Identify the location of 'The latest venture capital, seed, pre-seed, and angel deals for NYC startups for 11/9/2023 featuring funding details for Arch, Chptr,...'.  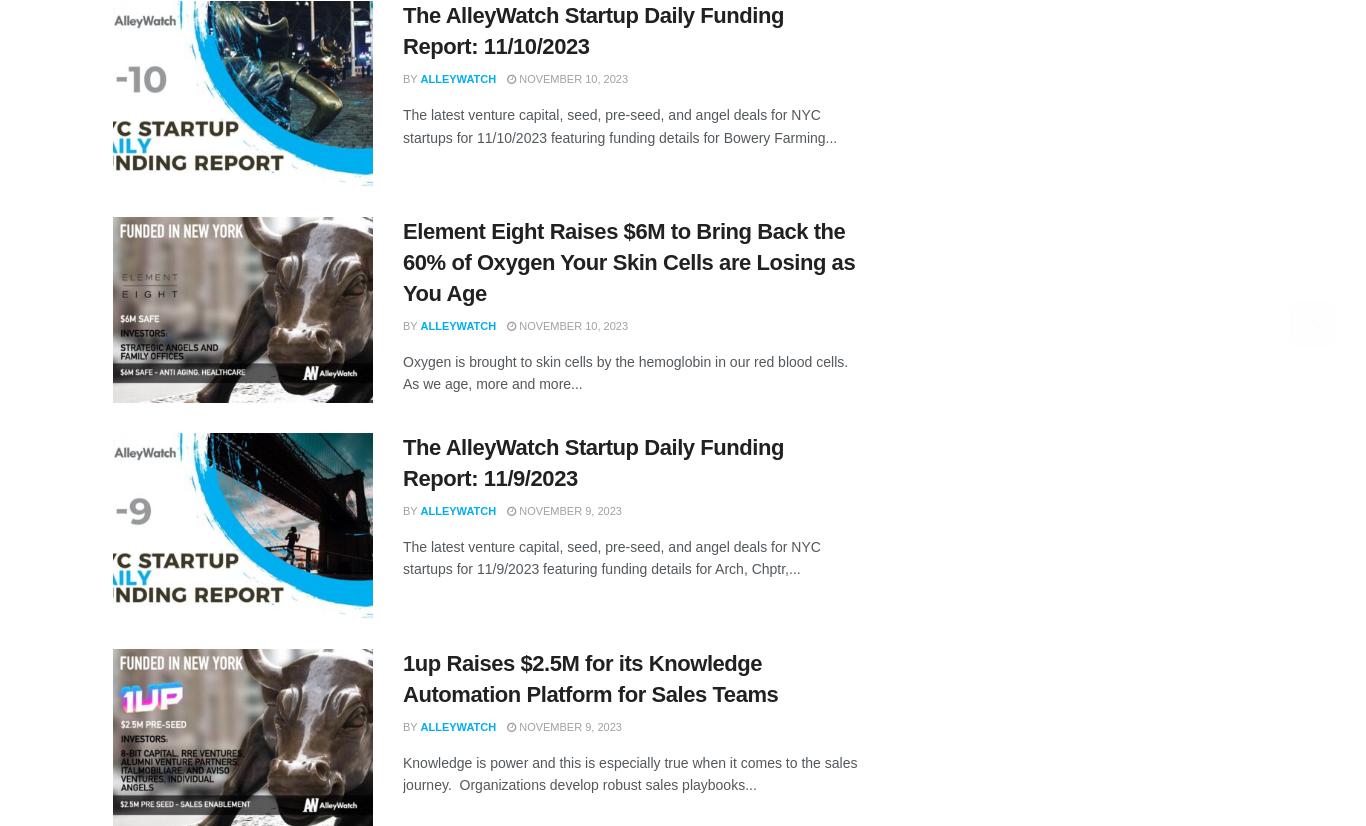
(401, 557).